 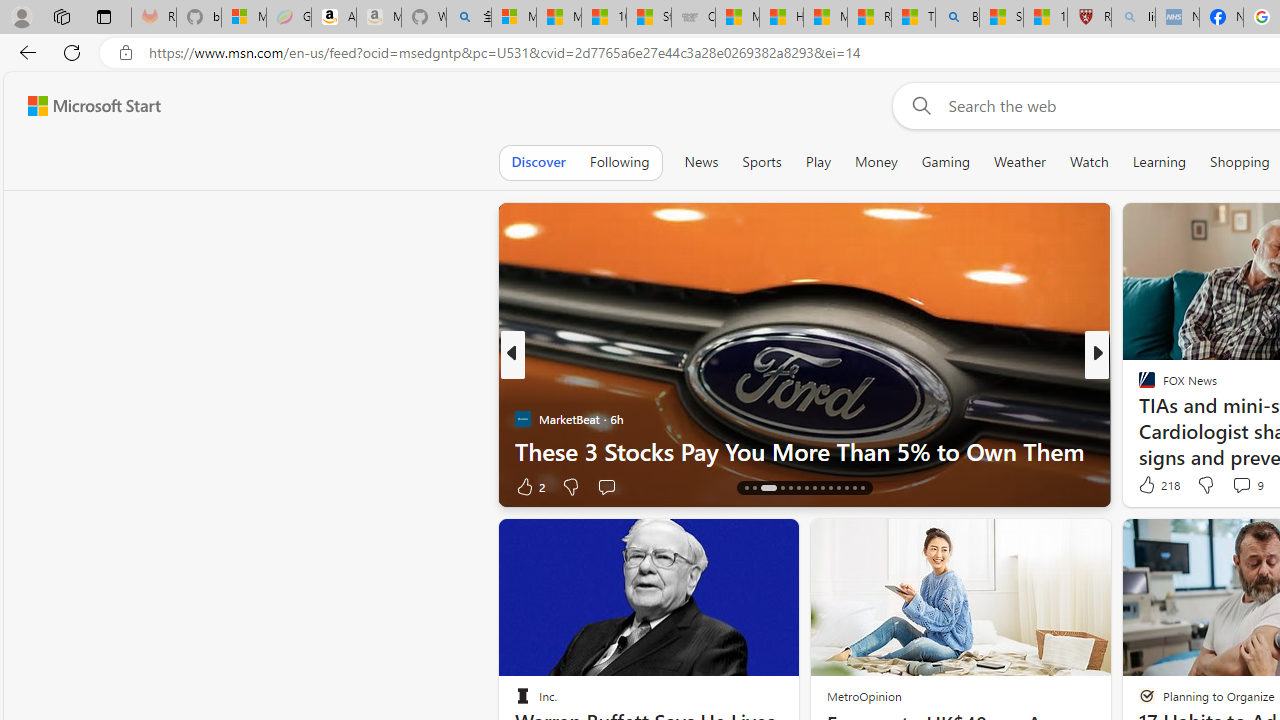 I want to click on '78 Like', so click(x=1149, y=486).